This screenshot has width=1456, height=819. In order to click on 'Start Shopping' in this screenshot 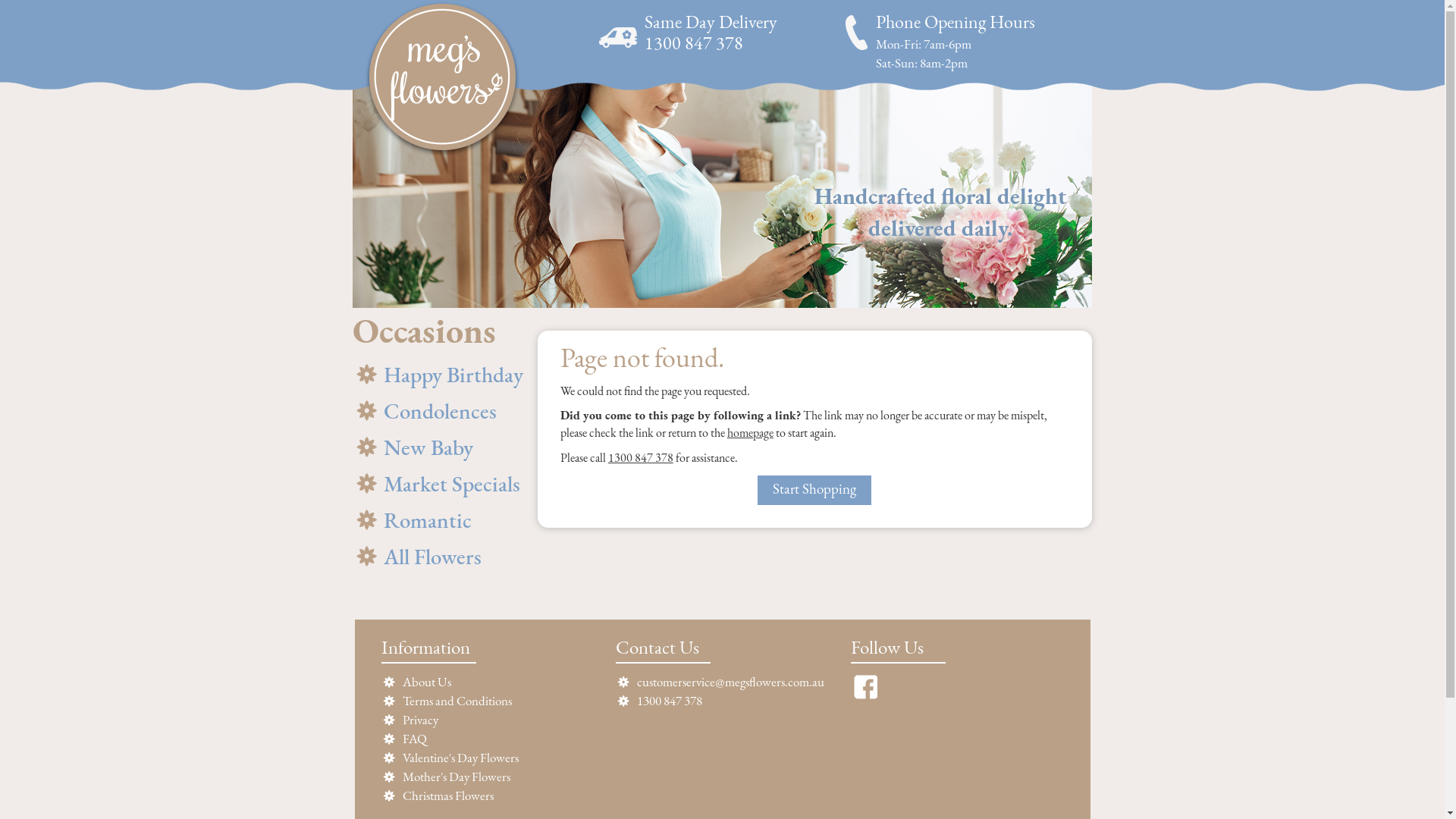, I will do `click(814, 490)`.